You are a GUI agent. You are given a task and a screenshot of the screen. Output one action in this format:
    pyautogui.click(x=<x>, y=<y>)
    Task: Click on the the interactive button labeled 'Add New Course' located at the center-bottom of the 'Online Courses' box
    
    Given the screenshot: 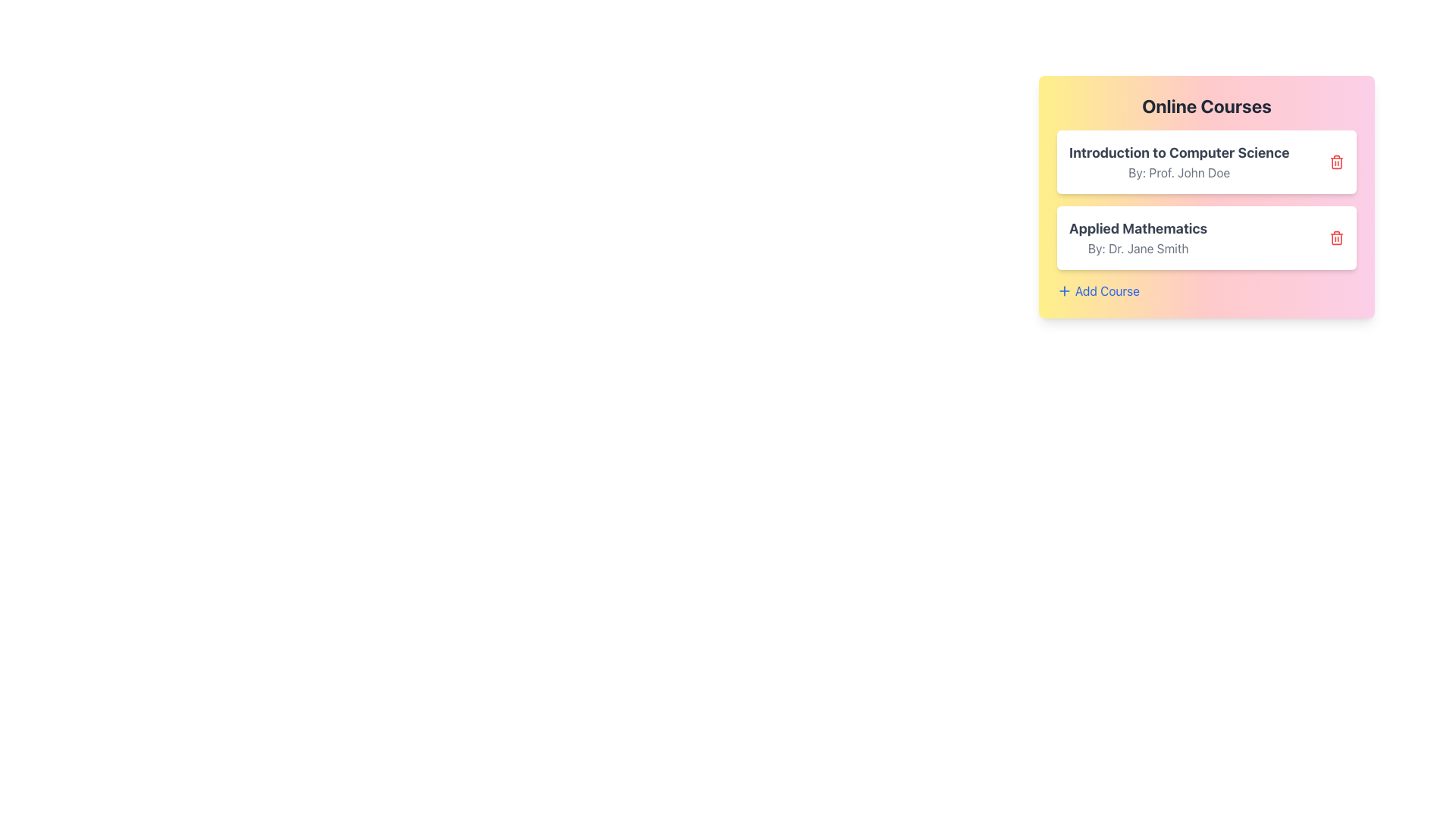 What is the action you would take?
    pyautogui.click(x=1098, y=291)
    